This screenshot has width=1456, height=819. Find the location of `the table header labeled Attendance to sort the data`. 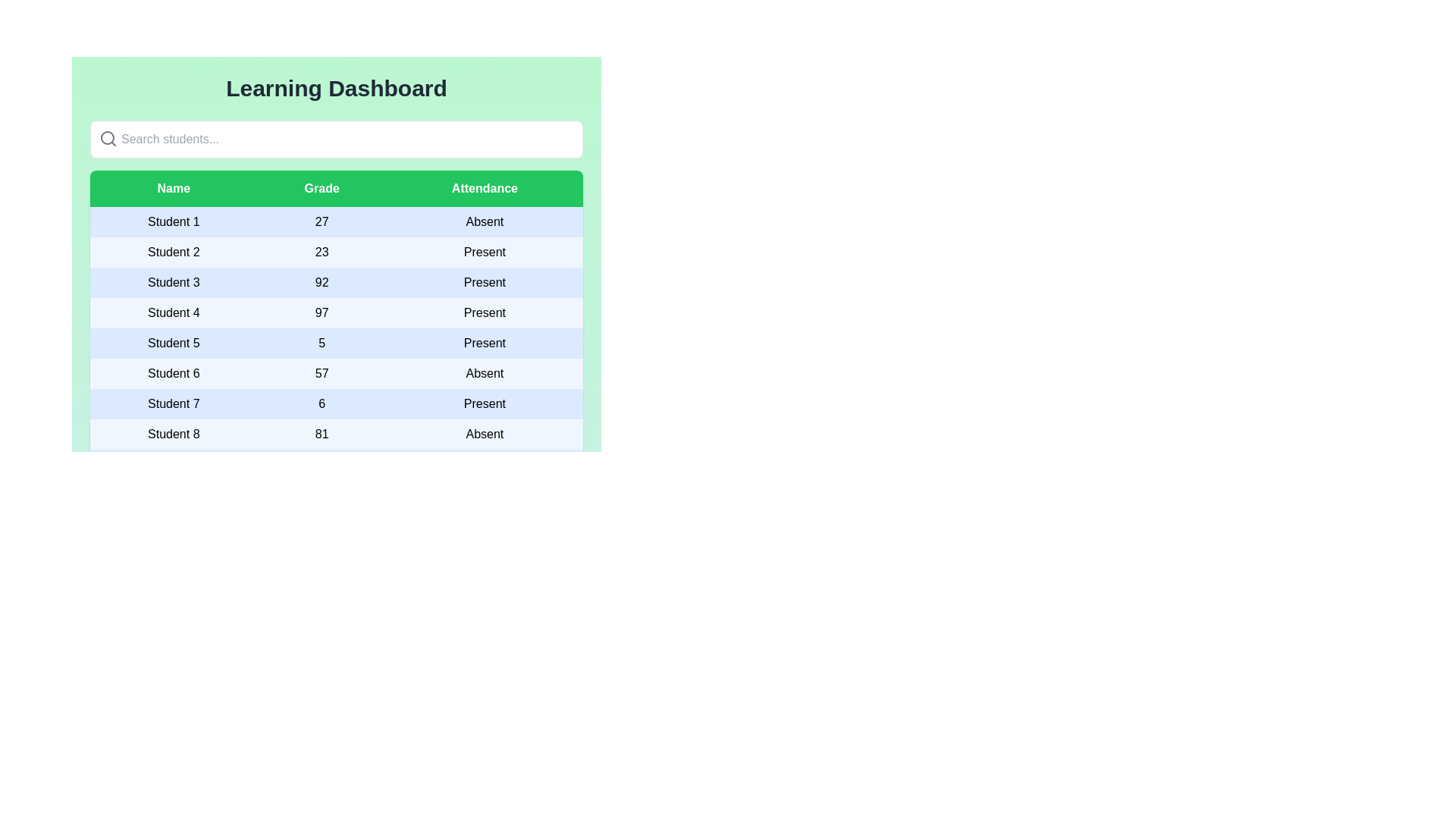

the table header labeled Attendance to sort the data is located at coordinates (483, 188).